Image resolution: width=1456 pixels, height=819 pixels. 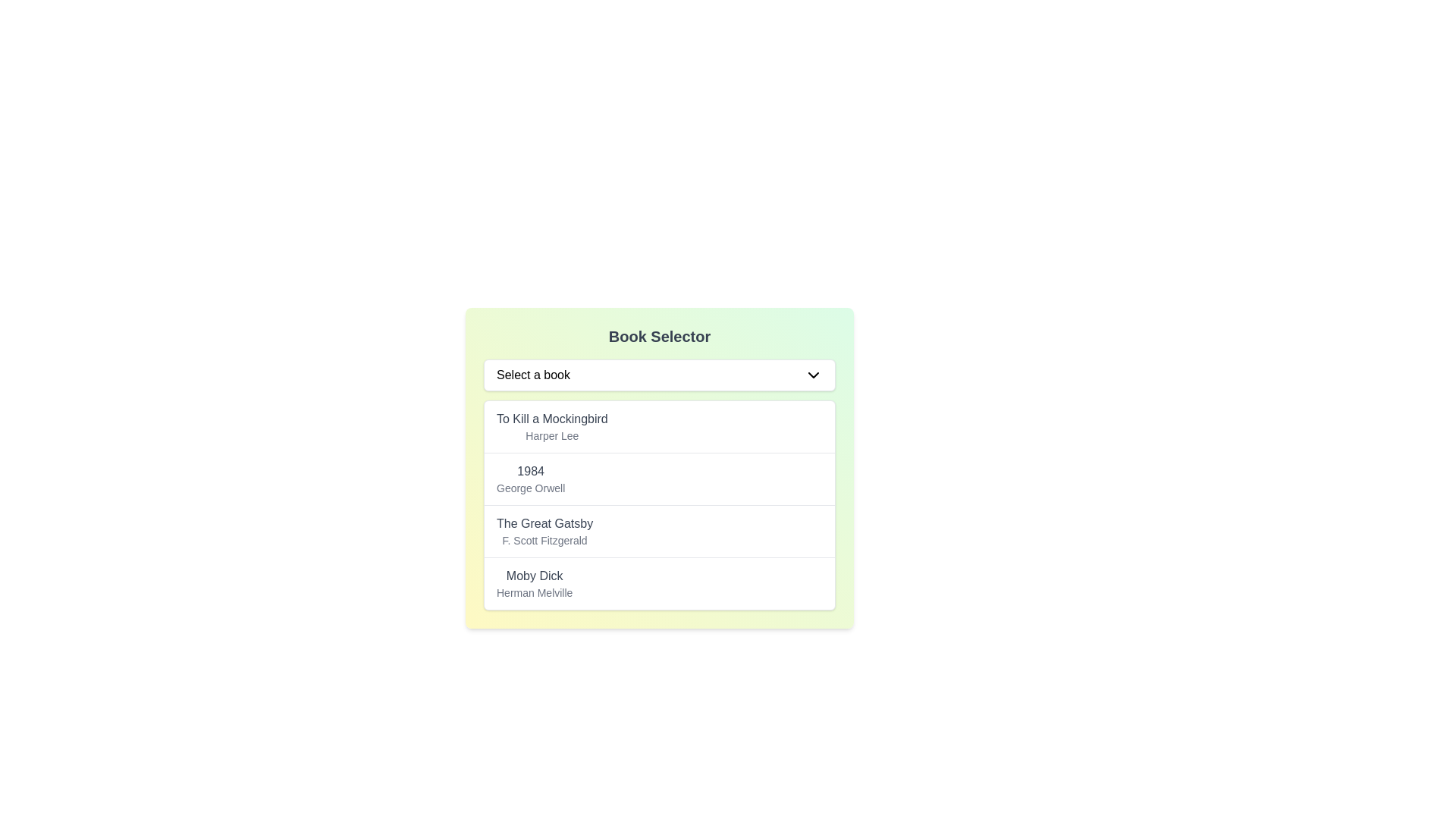 What do you see at coordinates (544, 531) in the screenshot?
I see `the text block displaying 'The Great Gatsby' by F. Scott Fitzgerald` at bounding box center [544, 531].